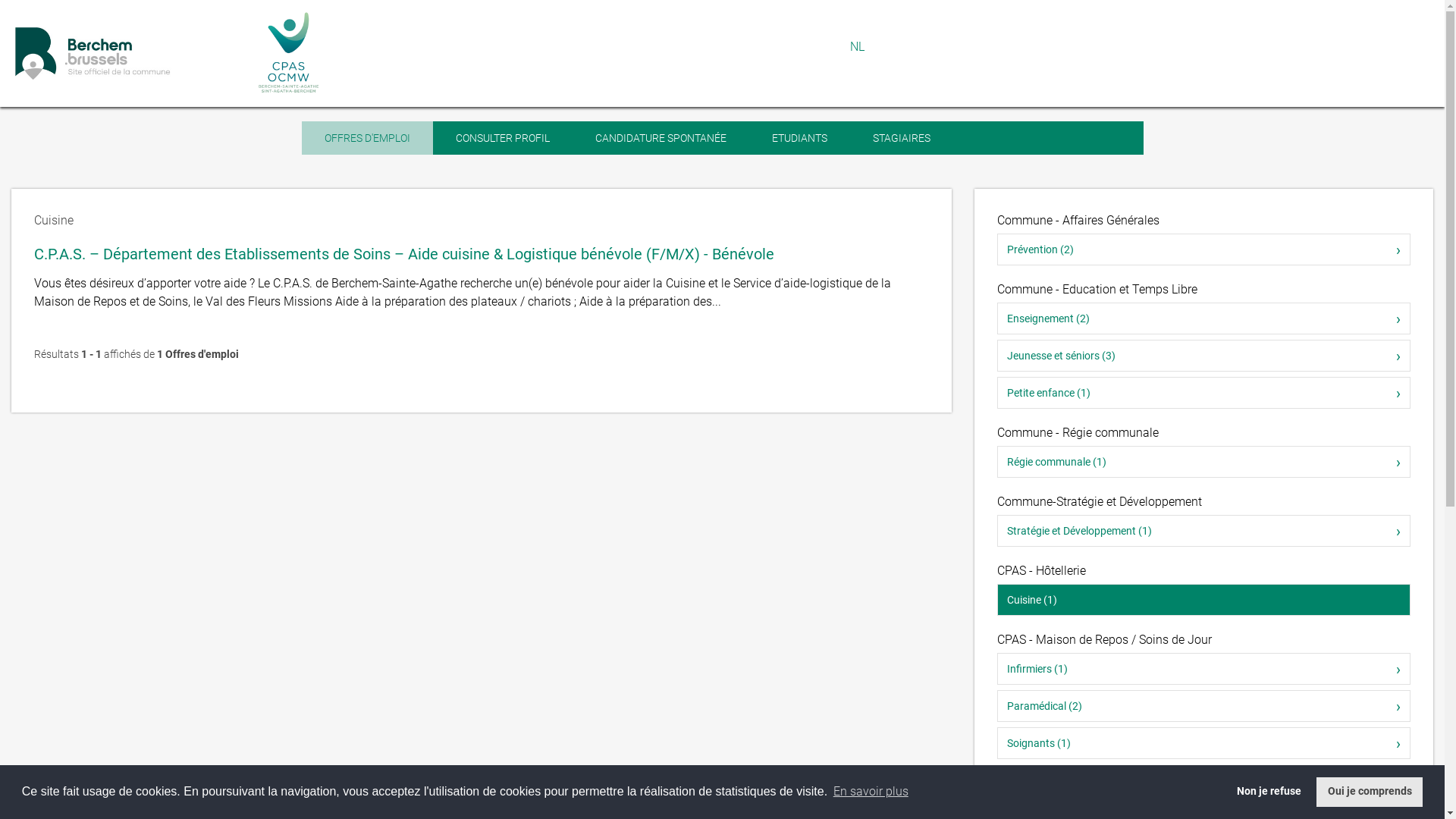 Image resolution: width=1456 pixels, height=819 pixels. What do you see at coordinates (997, 289) in the screenshot?
I see `'Commune - Education et Temps Libre'` at bounding box center [997, 289].